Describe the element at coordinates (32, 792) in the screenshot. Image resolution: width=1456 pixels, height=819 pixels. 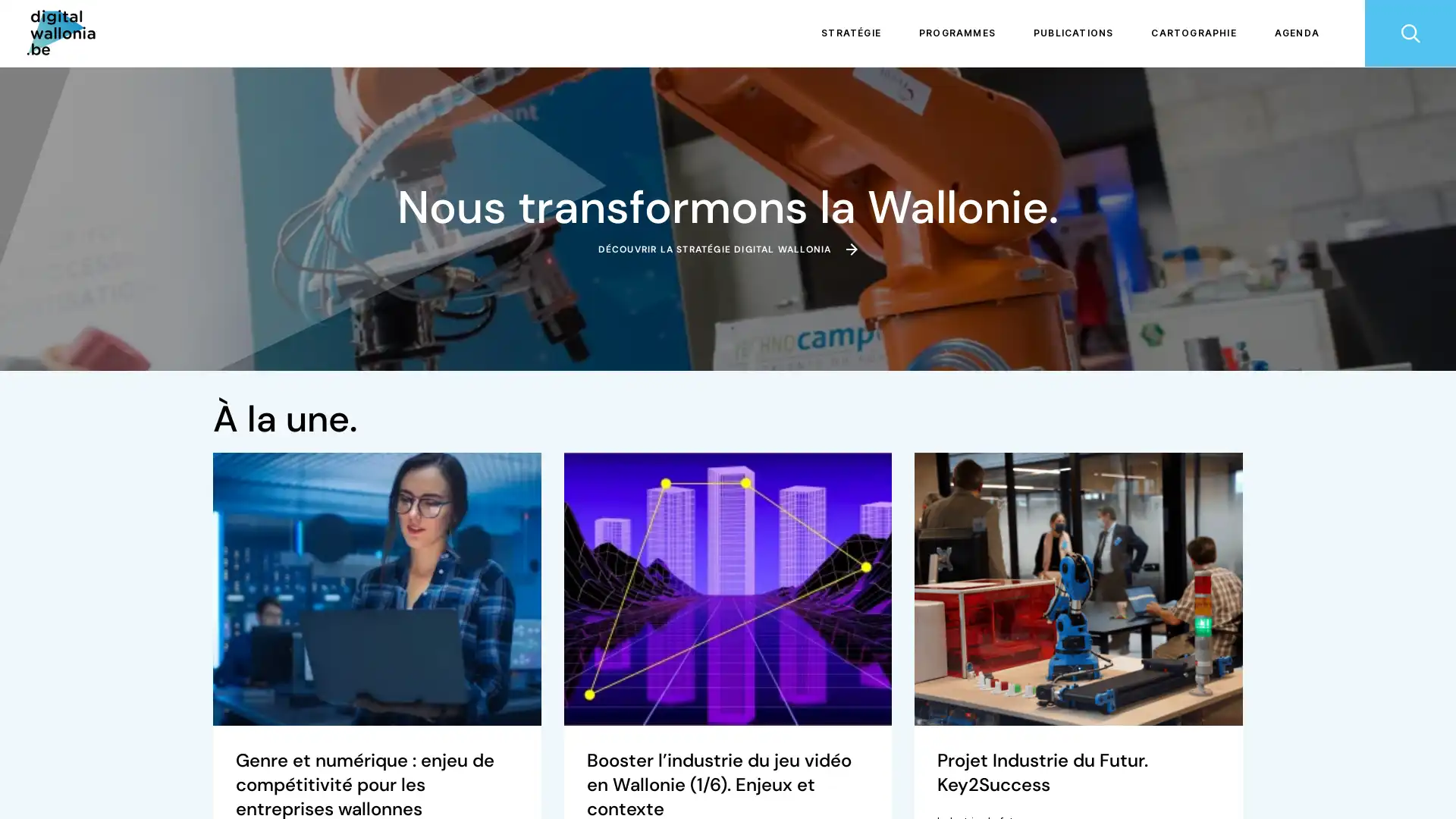
I see `Fermer` at that location.